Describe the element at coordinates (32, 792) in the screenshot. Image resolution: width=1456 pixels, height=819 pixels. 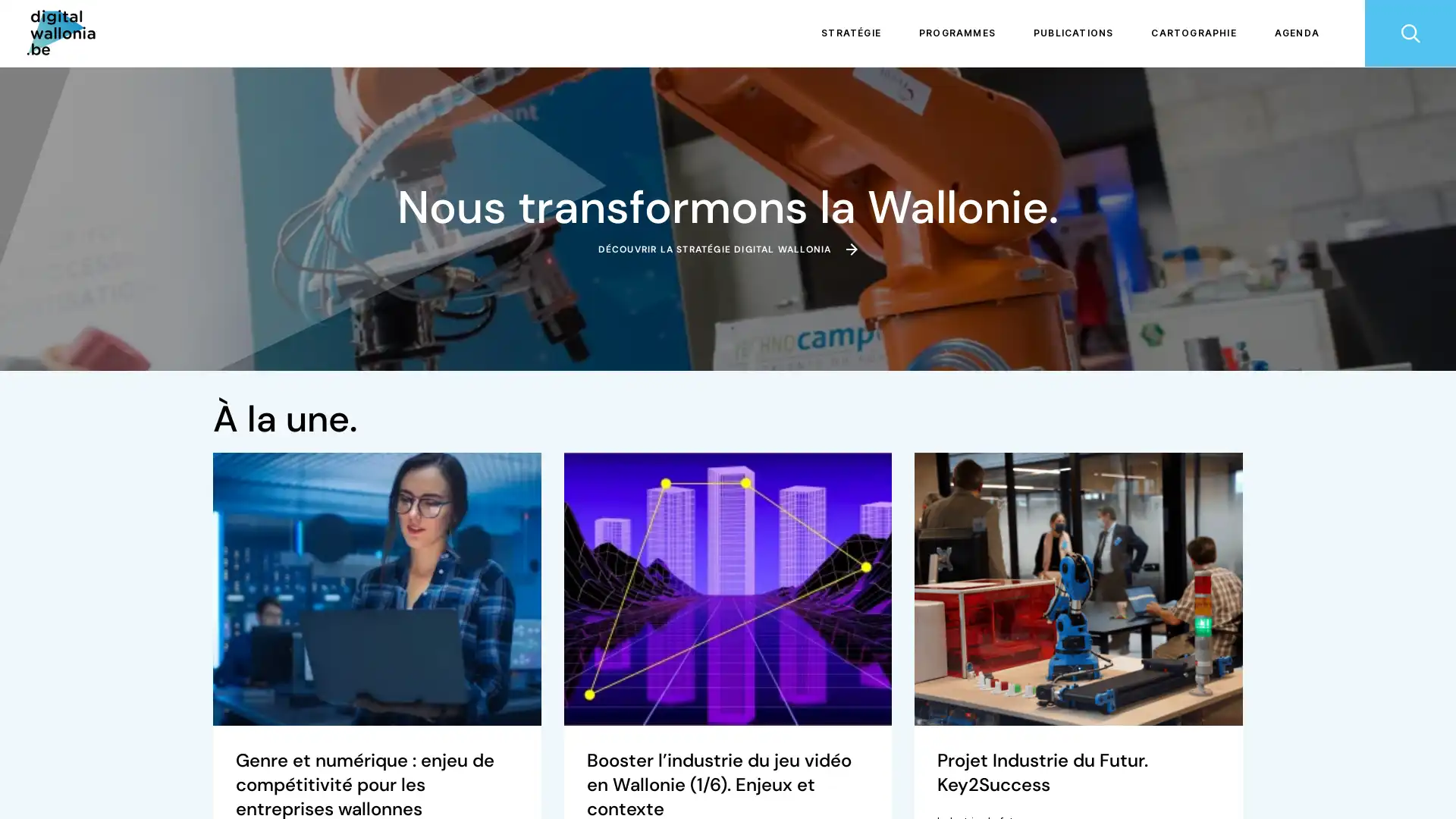
I see `Fermer` at that location.